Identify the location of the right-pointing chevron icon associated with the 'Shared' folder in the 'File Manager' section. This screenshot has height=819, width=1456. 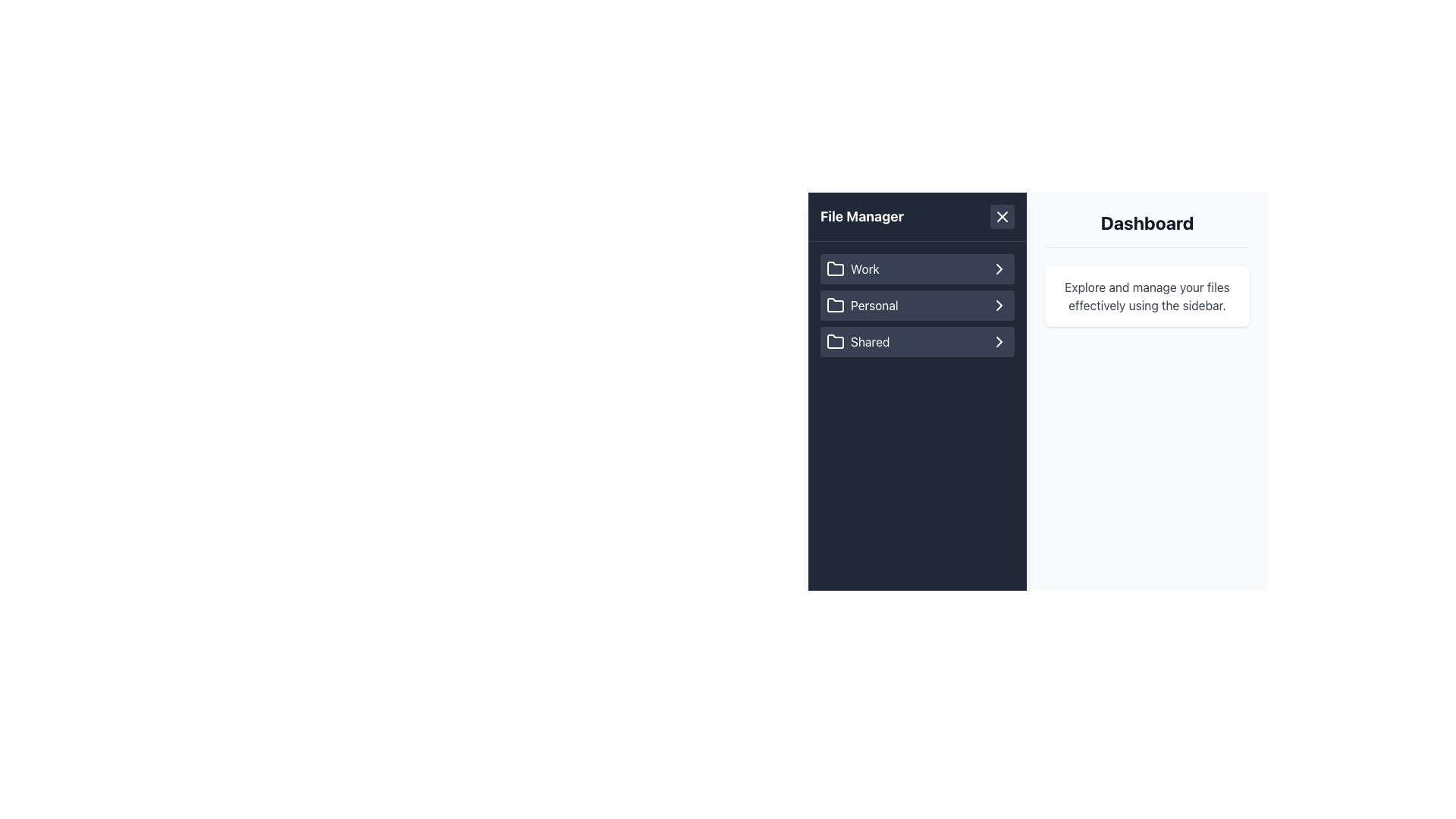
(999, 342).